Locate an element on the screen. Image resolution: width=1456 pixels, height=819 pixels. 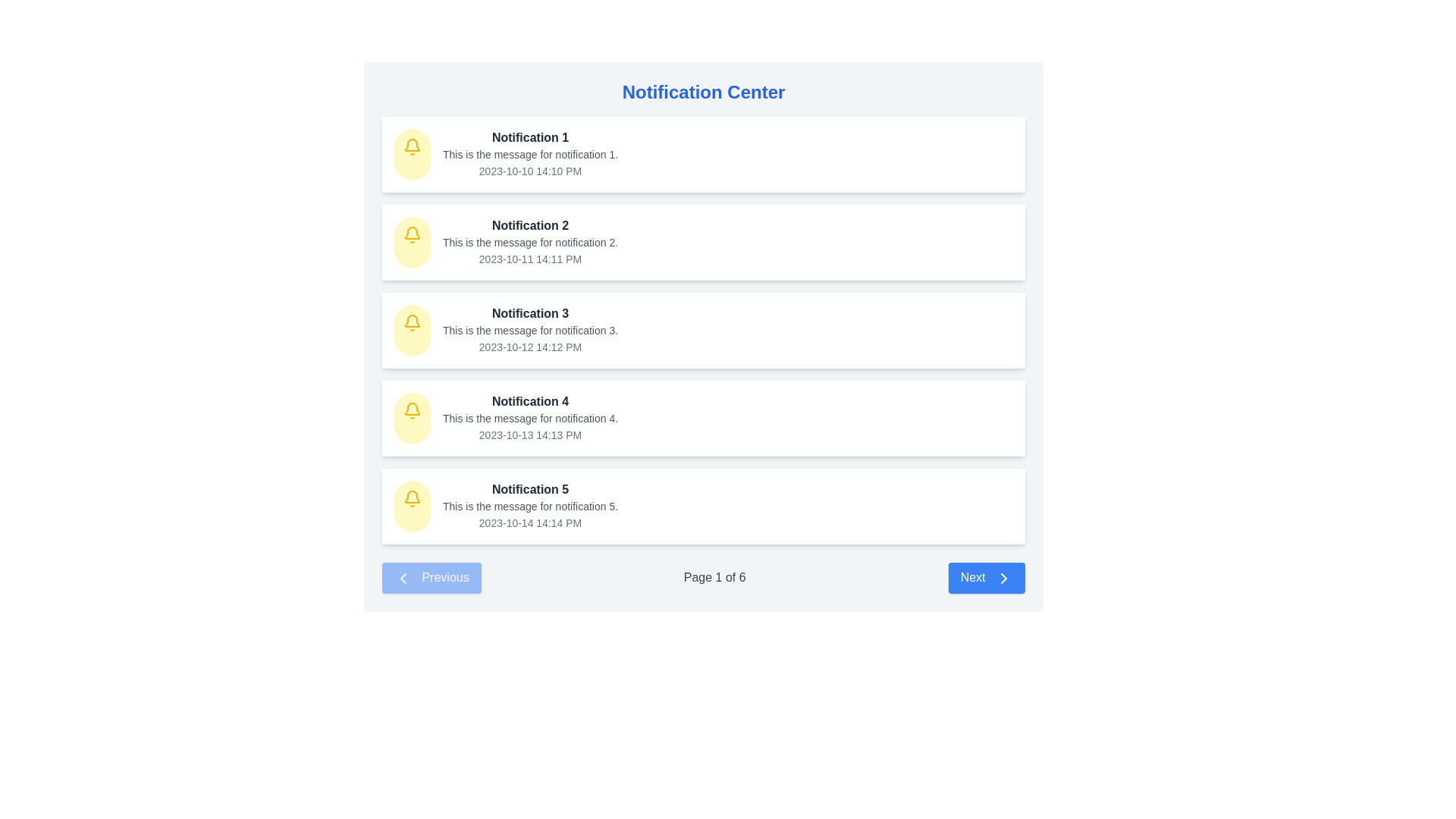
the timestamp text label located below the message 'This is the message for notification 3.' in the lower-right section of the third notification card is located at coordinates (530, 347).